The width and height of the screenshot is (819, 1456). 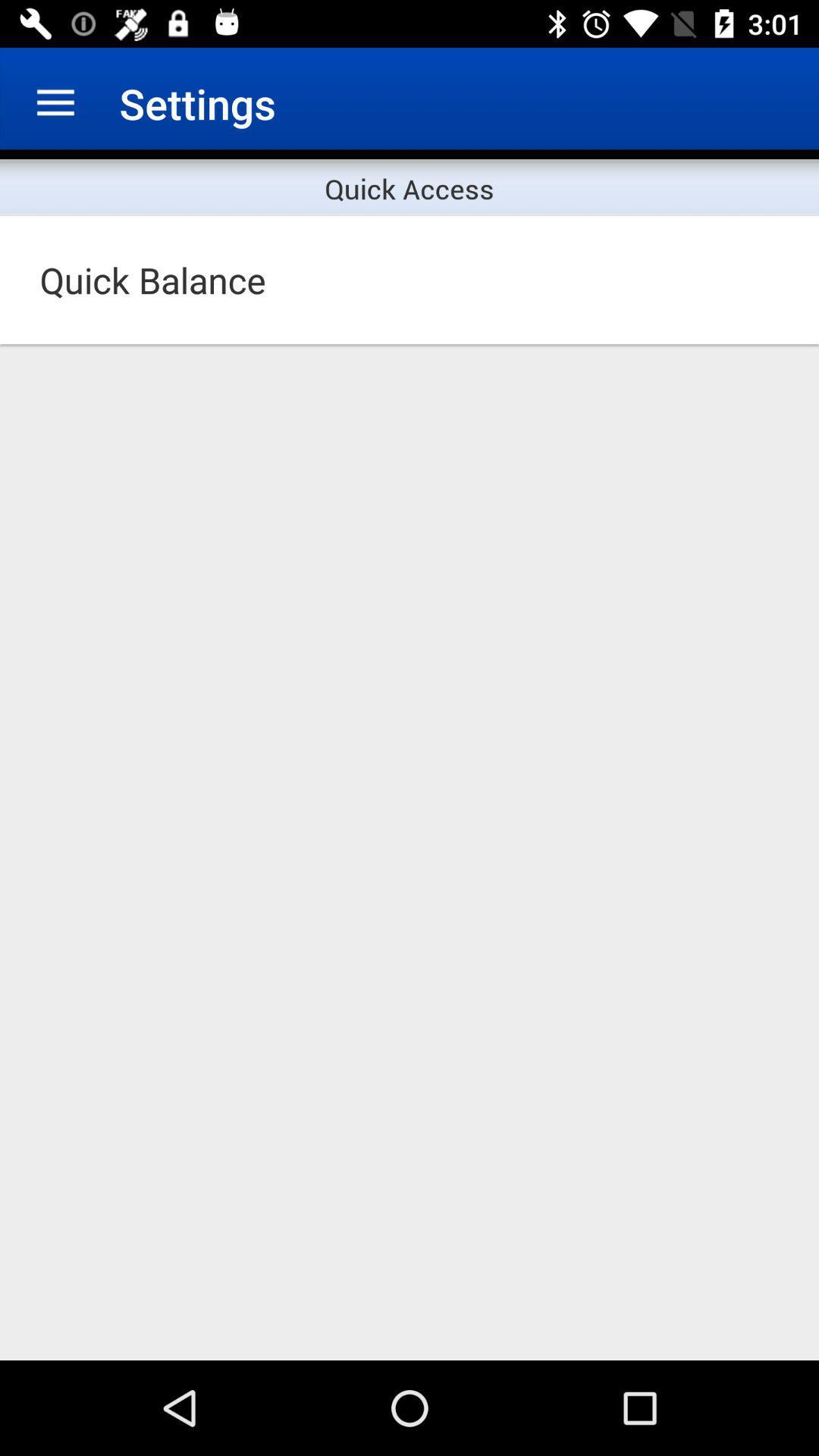 I want to click on the icon next to the settings item, so click(x=55, y=102).